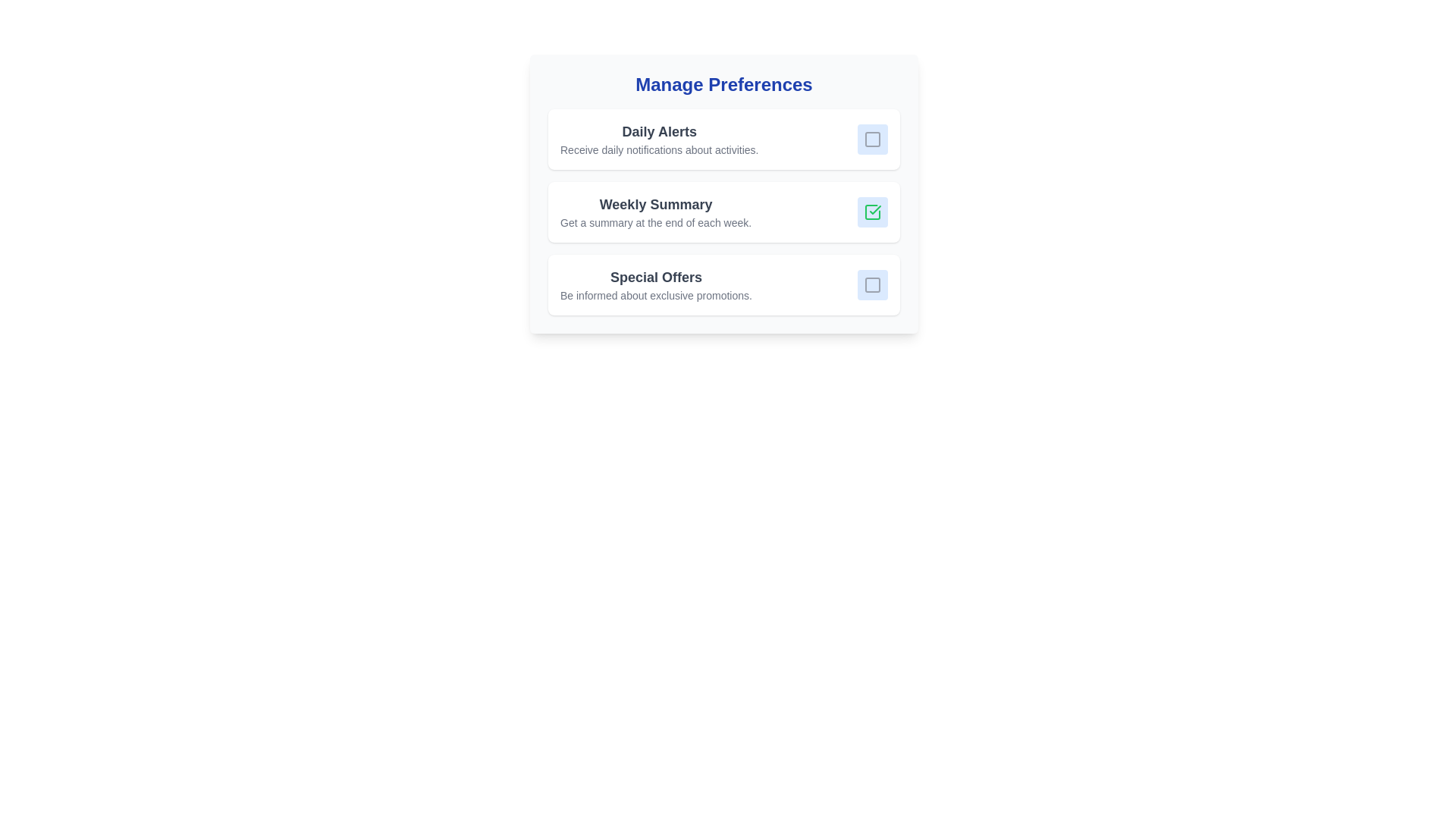 The height and width of the screenshot is (819, 1456). I want to click on the checkbox in the second section of 'Manage Preferences', so click(723, 193).